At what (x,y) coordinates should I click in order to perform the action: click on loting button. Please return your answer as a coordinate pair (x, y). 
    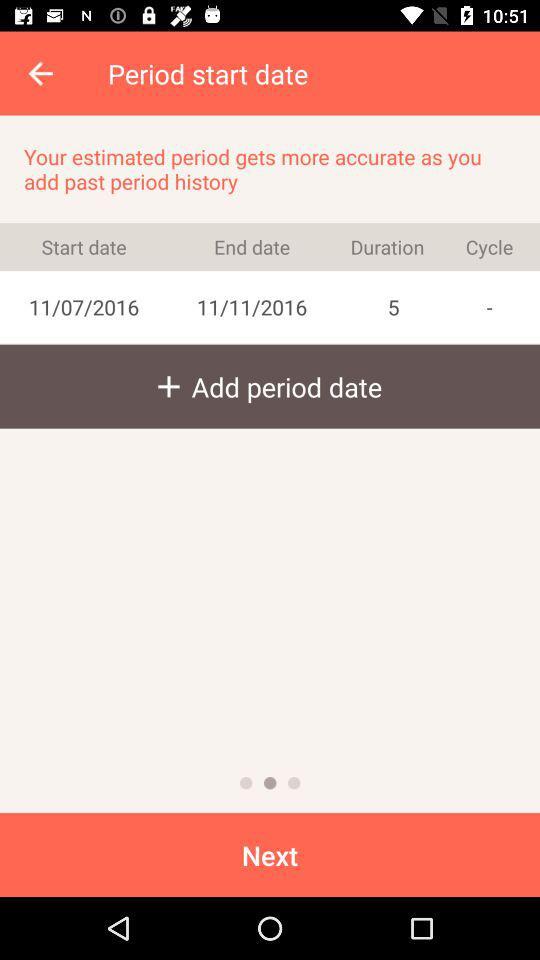
    Looking at the image, I should click on (293, 783).